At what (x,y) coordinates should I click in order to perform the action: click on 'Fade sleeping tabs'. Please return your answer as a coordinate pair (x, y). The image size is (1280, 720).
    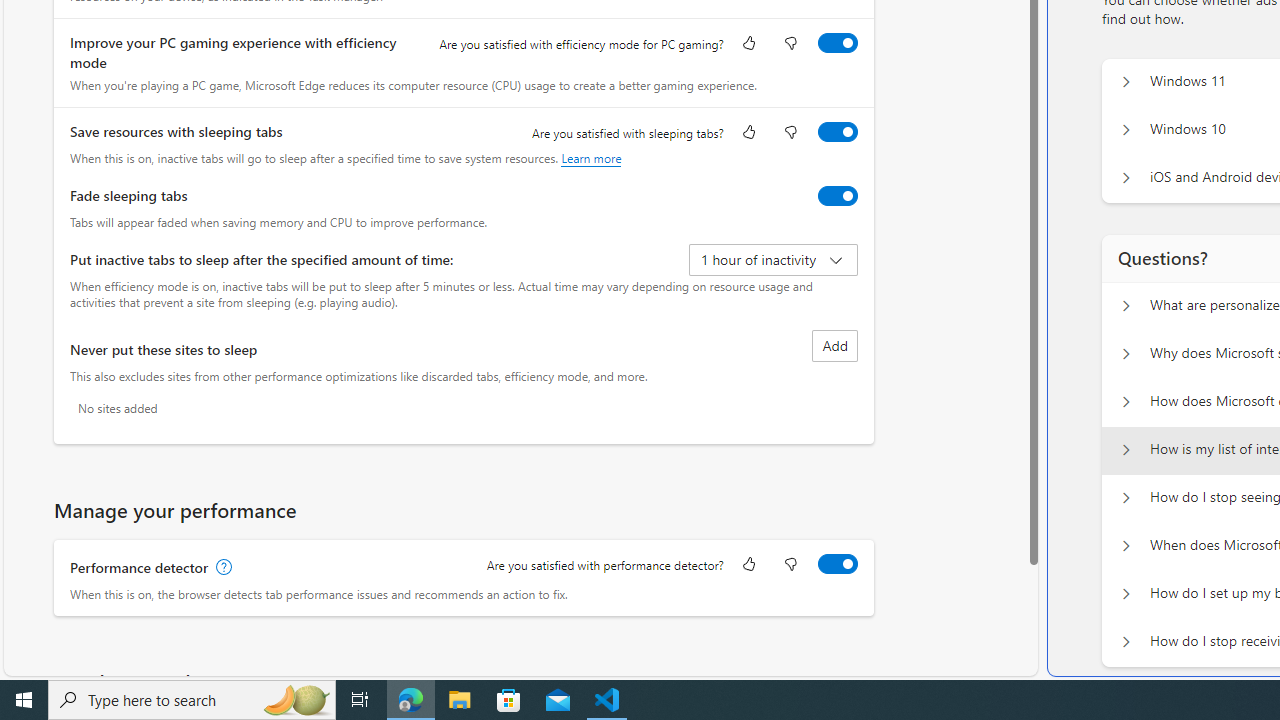
    Looking at the image, I should click on (837, 195).